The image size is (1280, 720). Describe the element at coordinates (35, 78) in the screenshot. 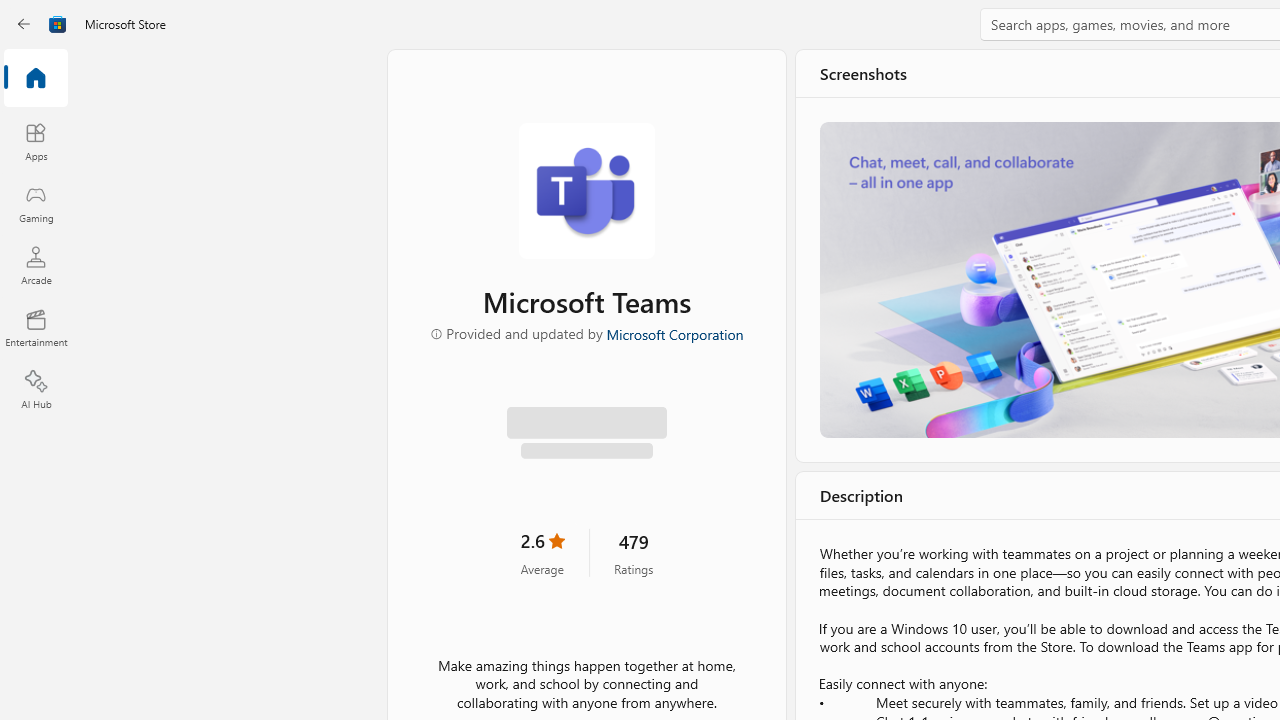

I see `'Home'` at that location.